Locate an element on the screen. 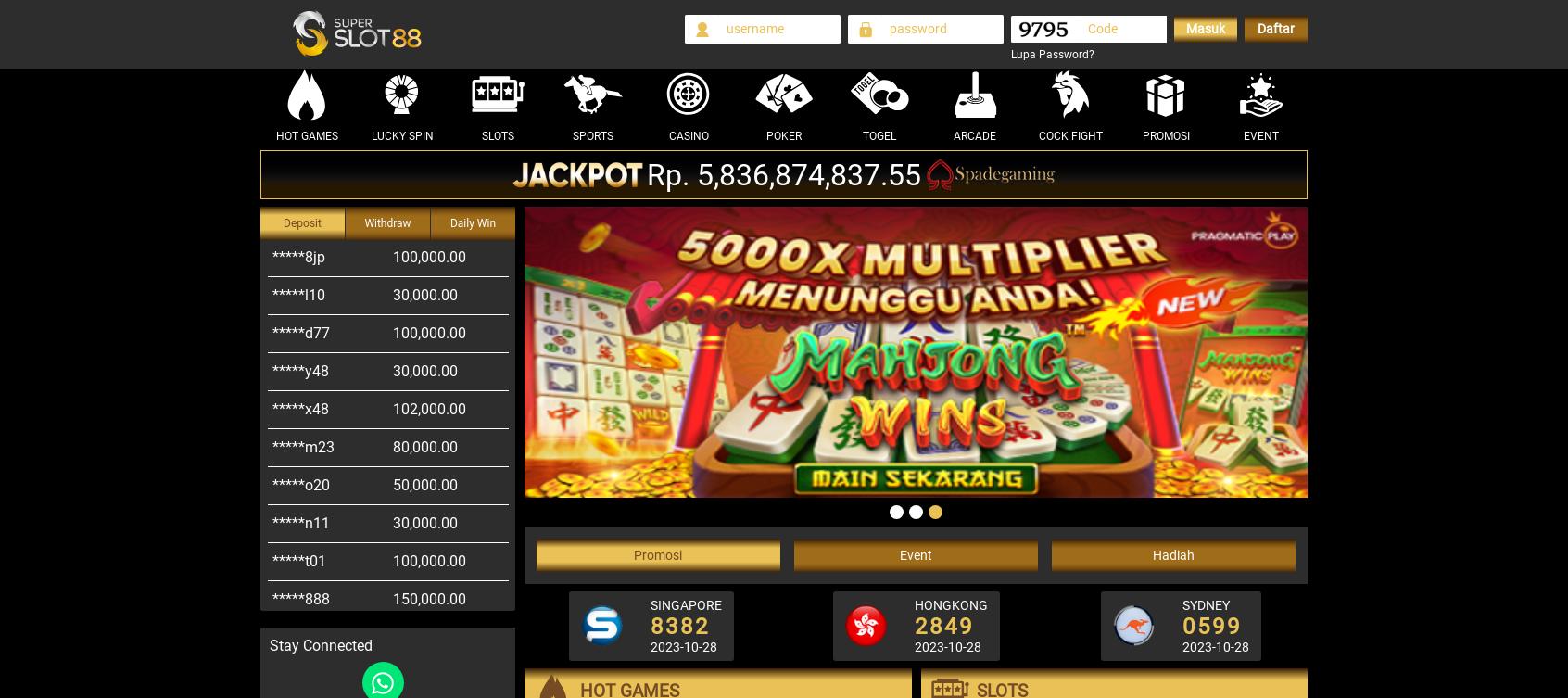  '150,000.00' is located at coordinates (428, 560).